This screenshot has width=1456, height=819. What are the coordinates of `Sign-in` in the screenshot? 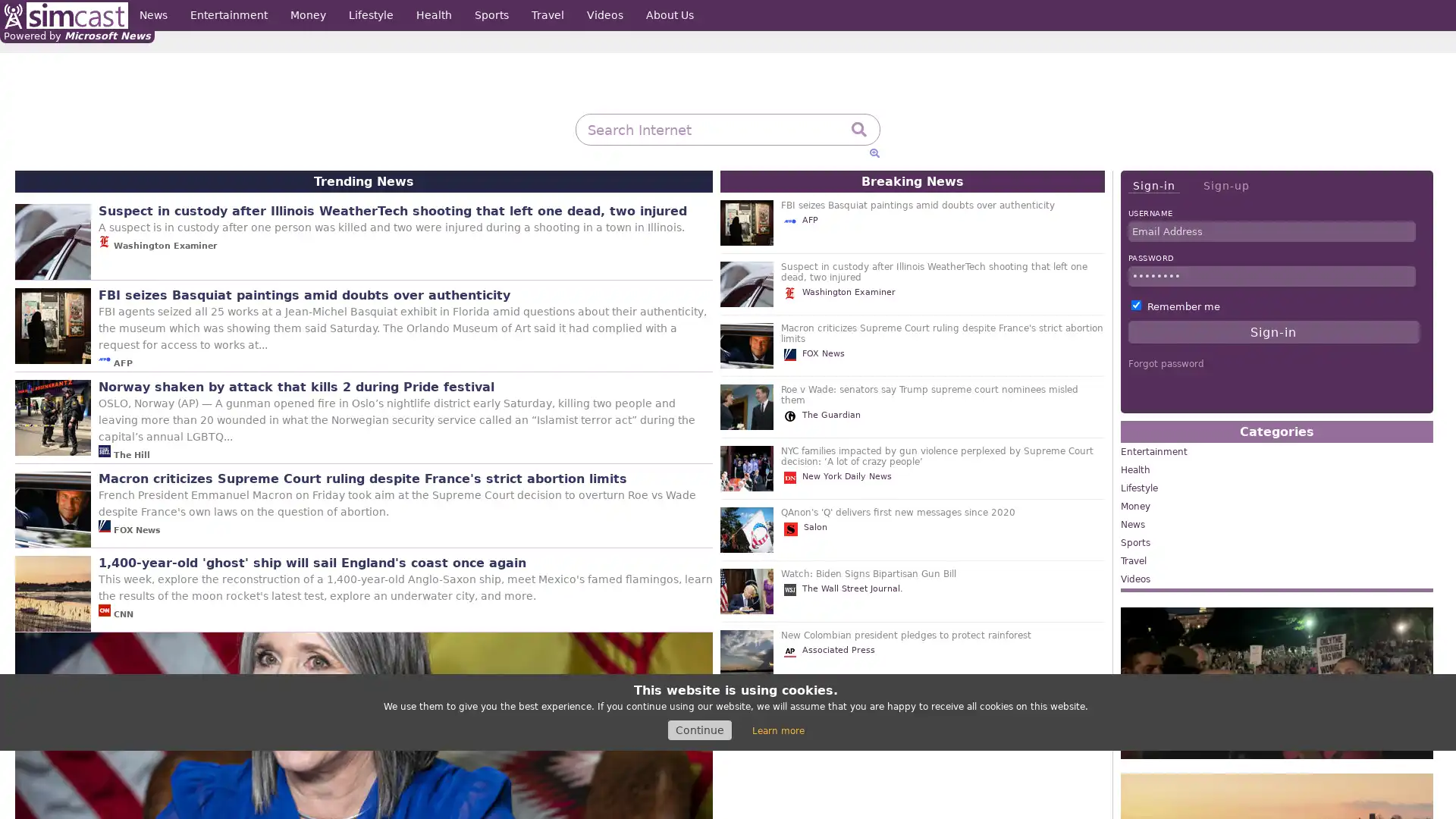 It's located at (1273, 331).